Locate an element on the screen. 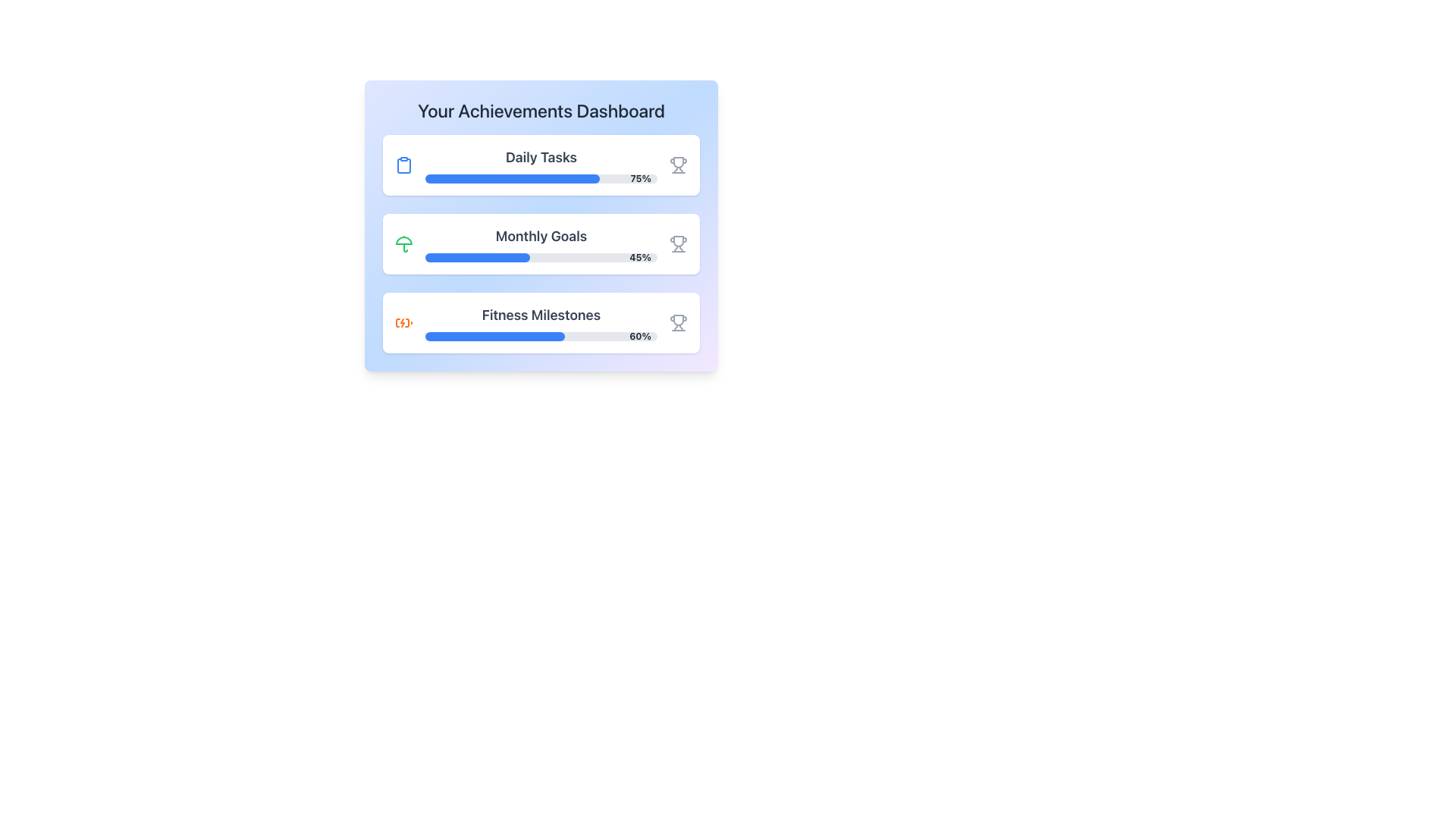 This screenshot has width=1456, height=819. the progress bar area of the 'Your Achievements Dashboard' interface, which visually indicates a completion of 45% is located at coordinates (476, 256).